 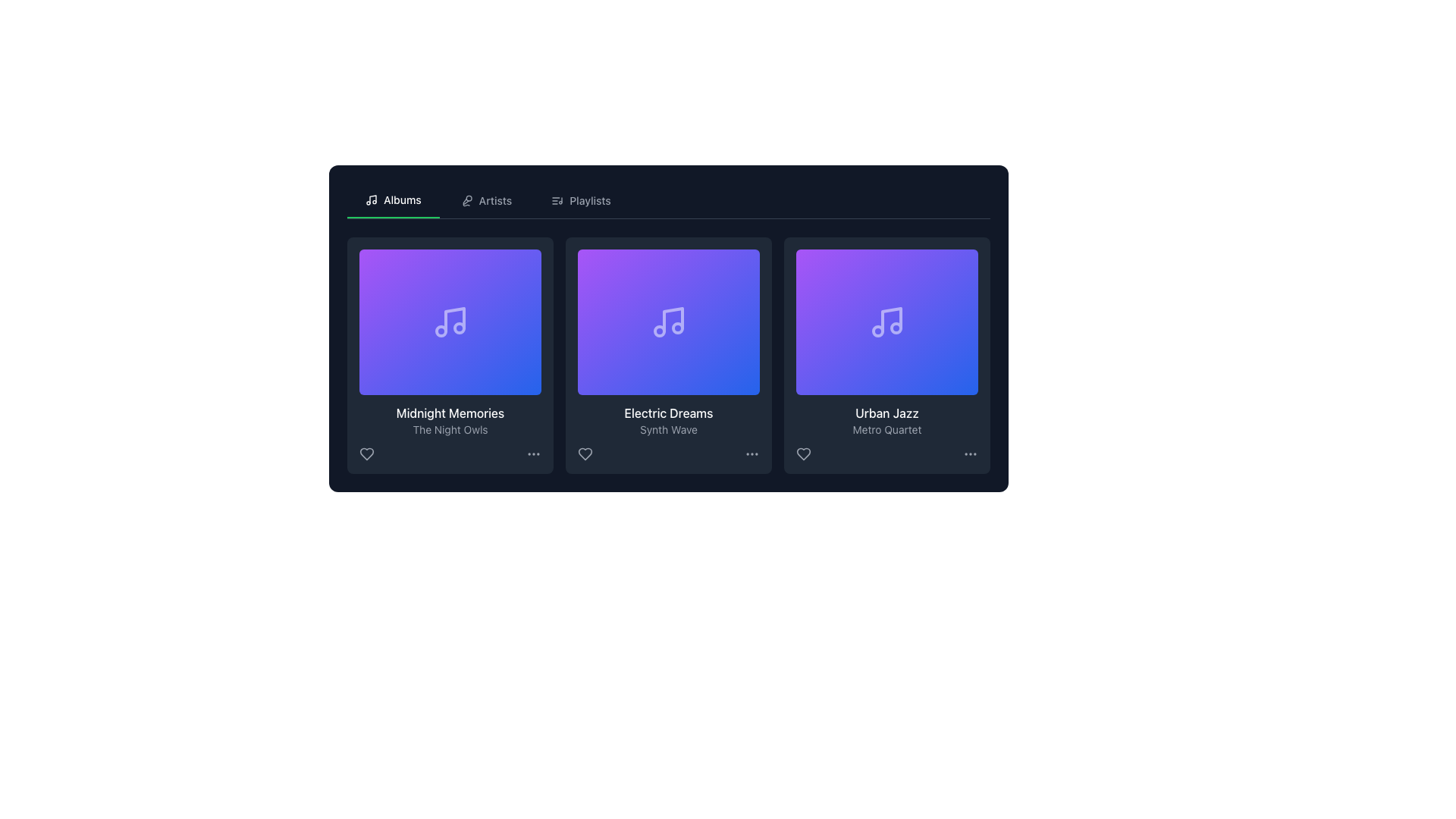 What do you see at coordinates (466, 200) in the screenshot?
I see `the microphone icon representing the 'Artists' navigation tab located at the top of the interface` at bounding box center [466, 200].